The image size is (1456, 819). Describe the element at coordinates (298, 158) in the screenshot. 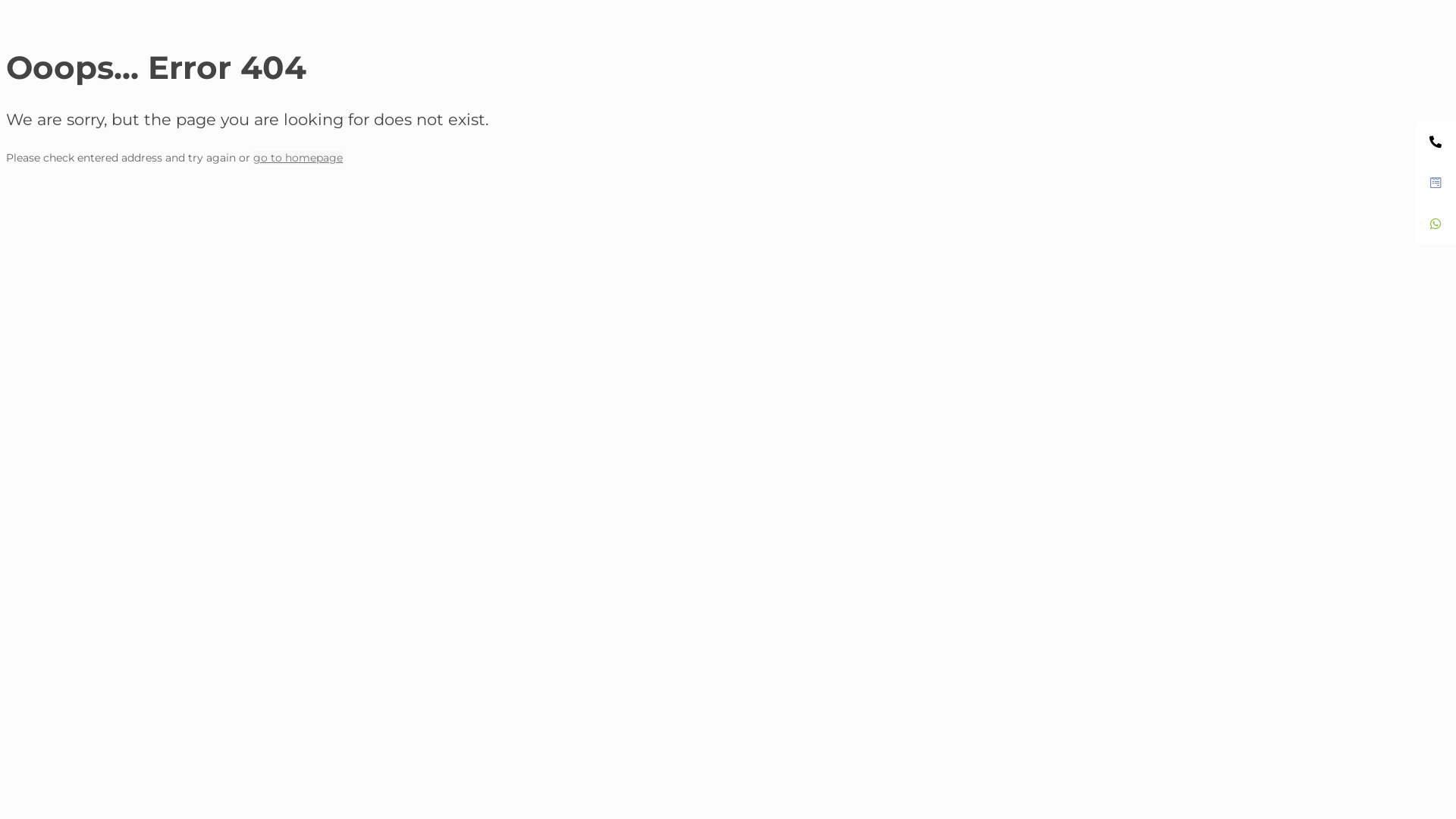

I see `'go to homepage'` at that location.